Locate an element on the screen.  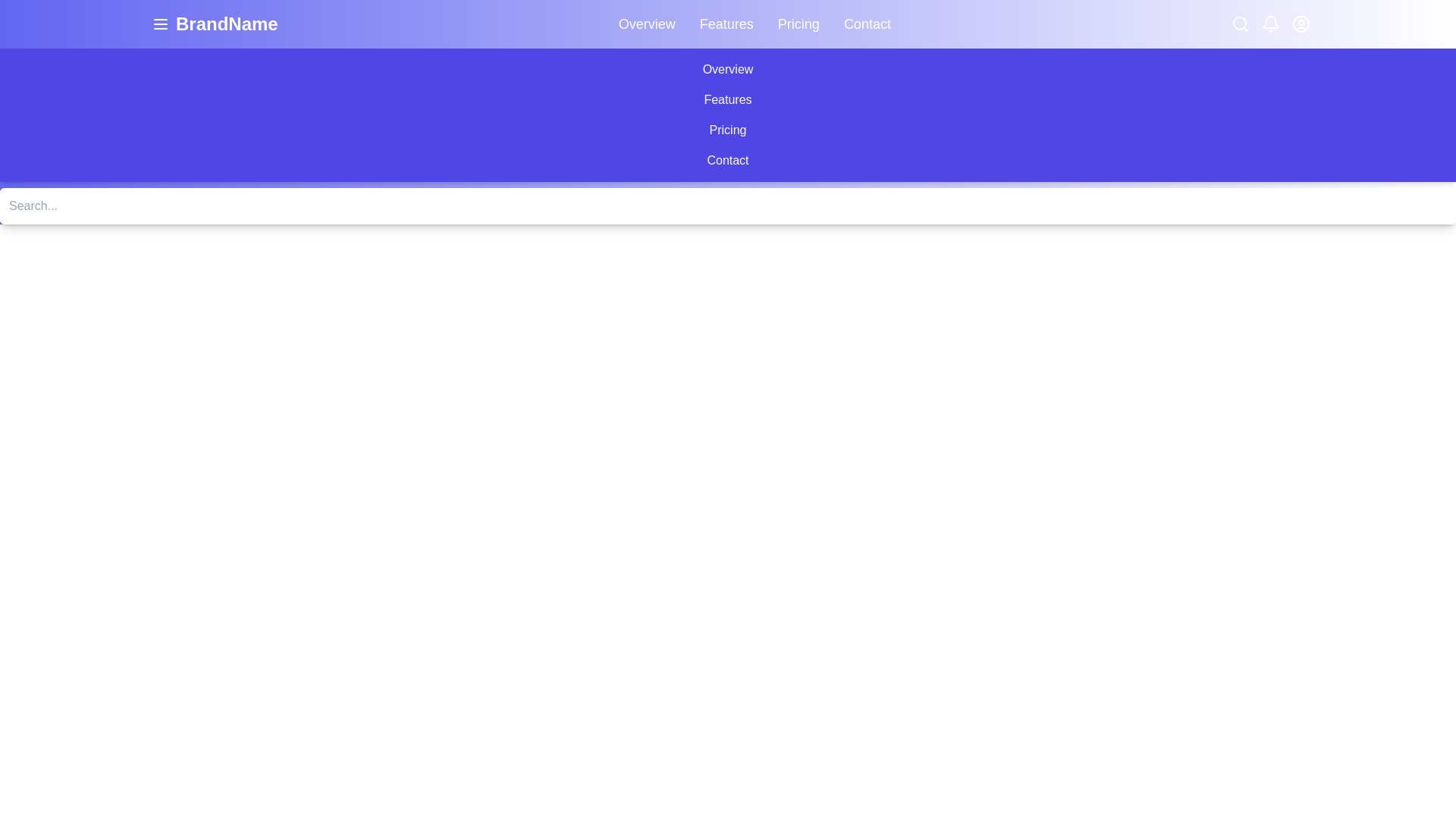
the 'BrandName' text in the Branding header to trigger a tooltip is located at coordinates (211, 24).